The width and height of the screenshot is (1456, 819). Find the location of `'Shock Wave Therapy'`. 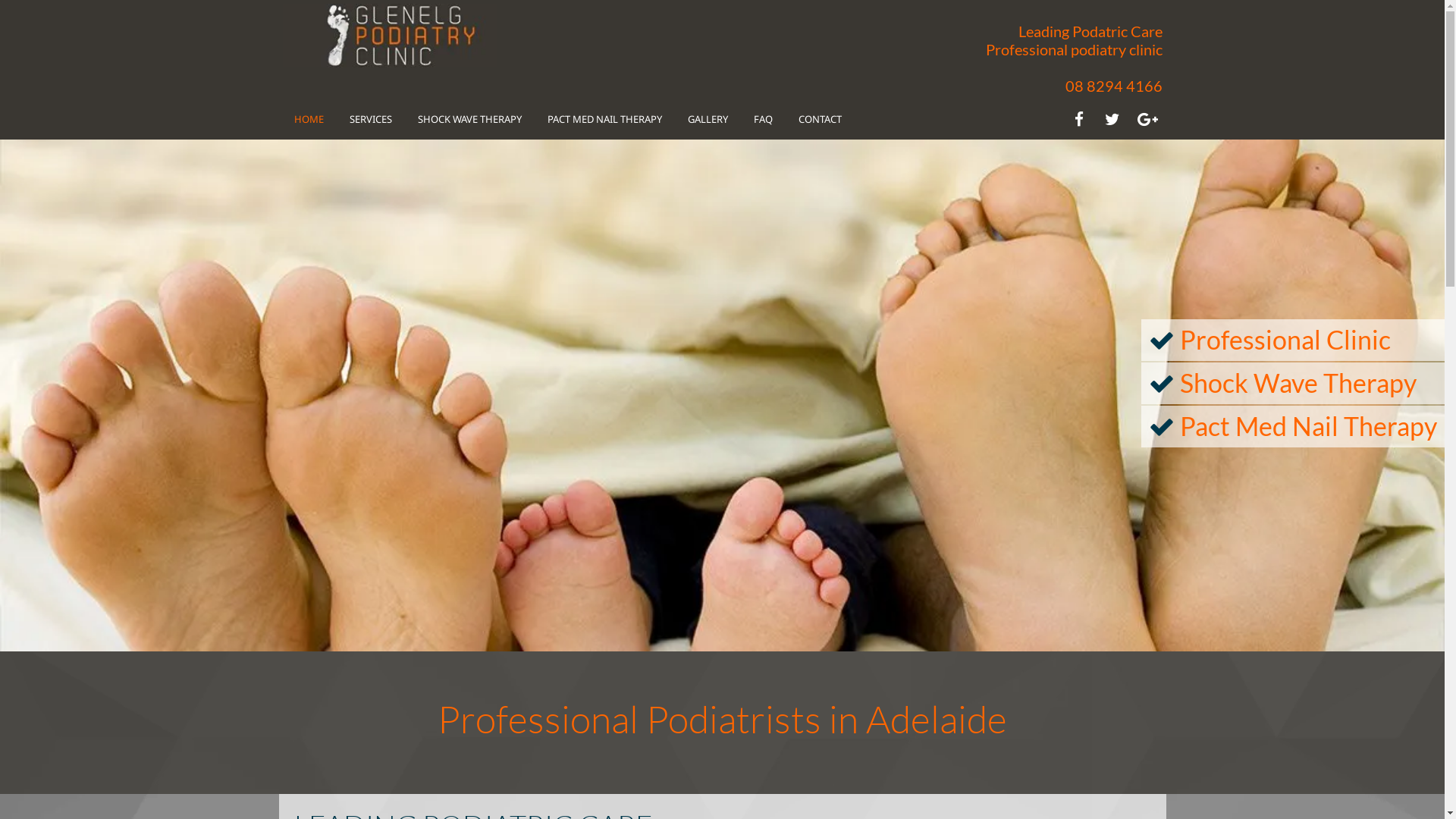

'Shock Wave Therapy' is located at coordinates (1298, 381).